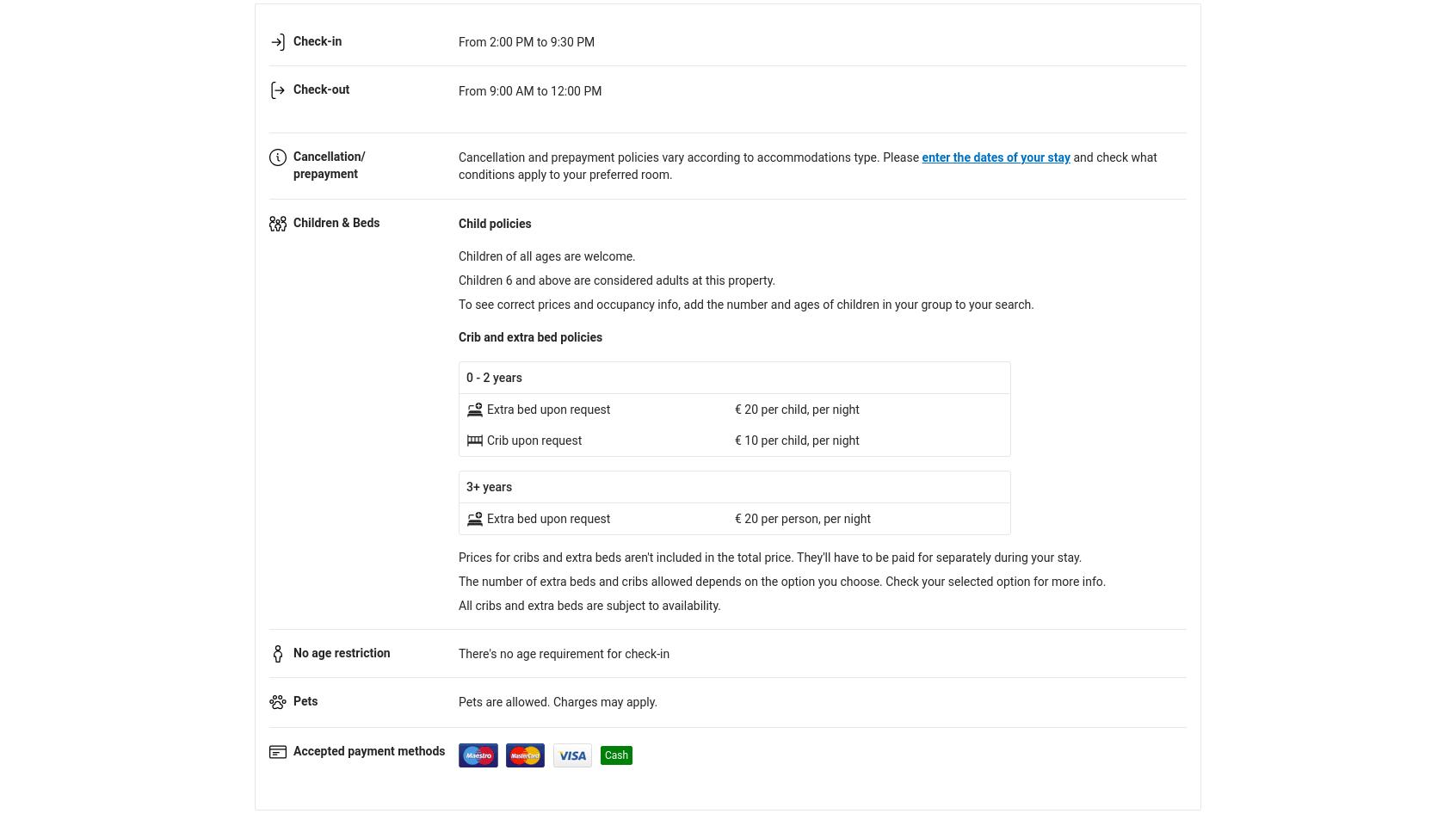 The image size is (1456, 832). I want to click on 'Children of all ages are welcome.', so click(458, 256).